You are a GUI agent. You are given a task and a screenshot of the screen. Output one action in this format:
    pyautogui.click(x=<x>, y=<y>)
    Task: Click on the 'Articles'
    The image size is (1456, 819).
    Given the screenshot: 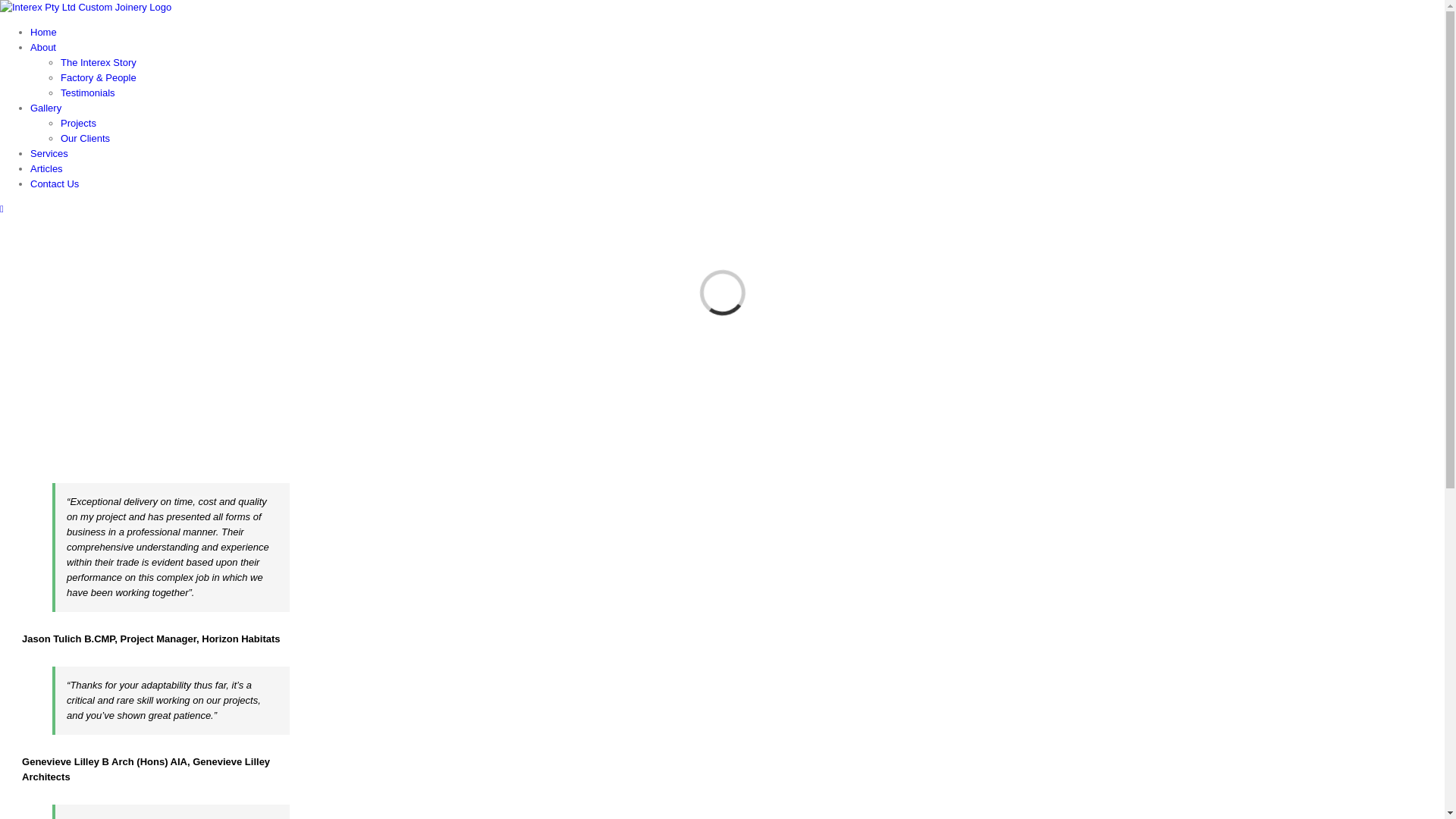 What is the action you would take?
    pyautogui.click(x=46, y=168)
    